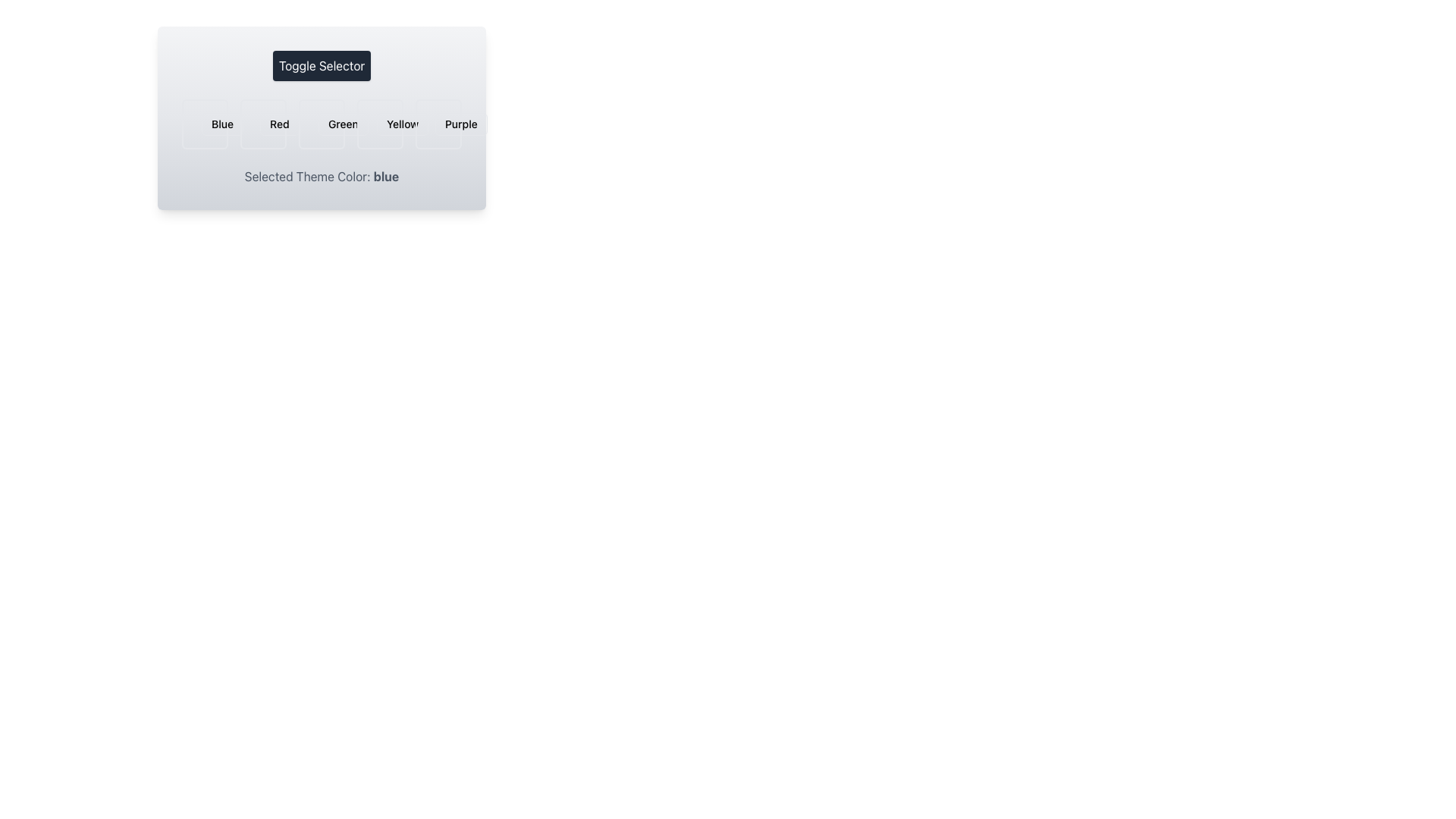 This screenshot has width=1456, height=819. What do you see at coordinates (460, 124) in the screenshot?
I see `the fifth button from the left in the horizontal layout of color selection buttons` at bounding box center [460, 124].